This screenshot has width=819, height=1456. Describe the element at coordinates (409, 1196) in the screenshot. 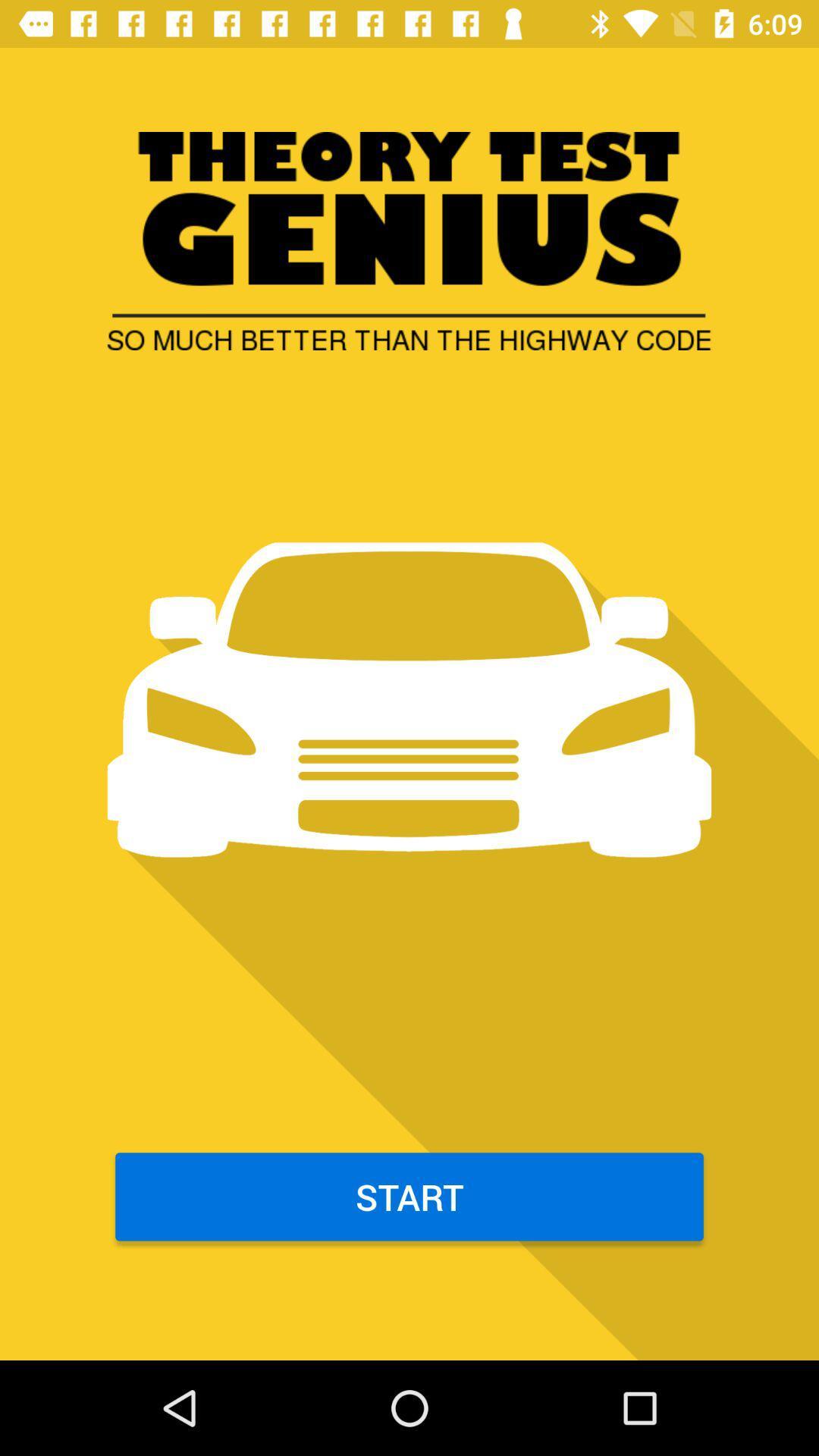

I see `the start` at that location.